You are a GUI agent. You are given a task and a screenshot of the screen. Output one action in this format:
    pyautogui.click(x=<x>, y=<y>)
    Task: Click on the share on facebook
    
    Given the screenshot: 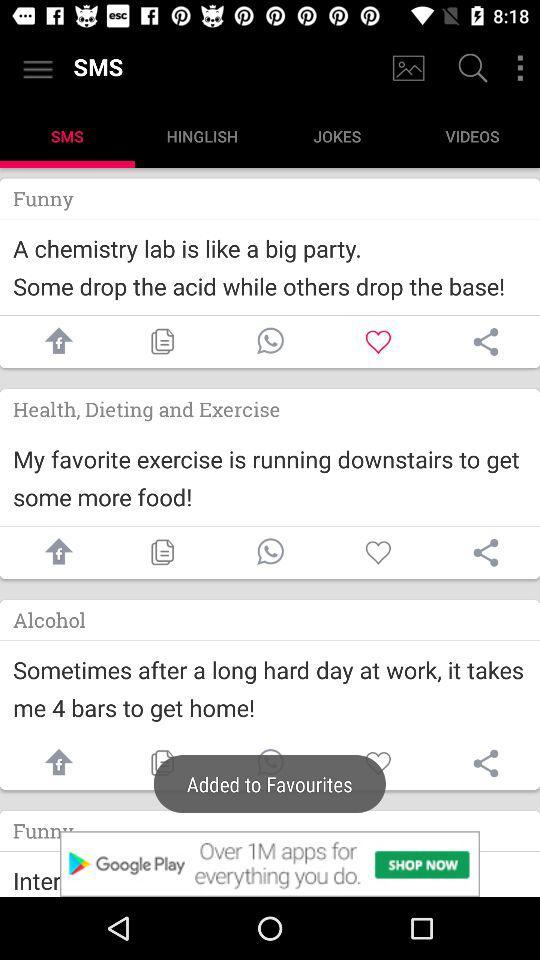 What is the action you would take?
    pyautogui.click(x=54, y=762)
    